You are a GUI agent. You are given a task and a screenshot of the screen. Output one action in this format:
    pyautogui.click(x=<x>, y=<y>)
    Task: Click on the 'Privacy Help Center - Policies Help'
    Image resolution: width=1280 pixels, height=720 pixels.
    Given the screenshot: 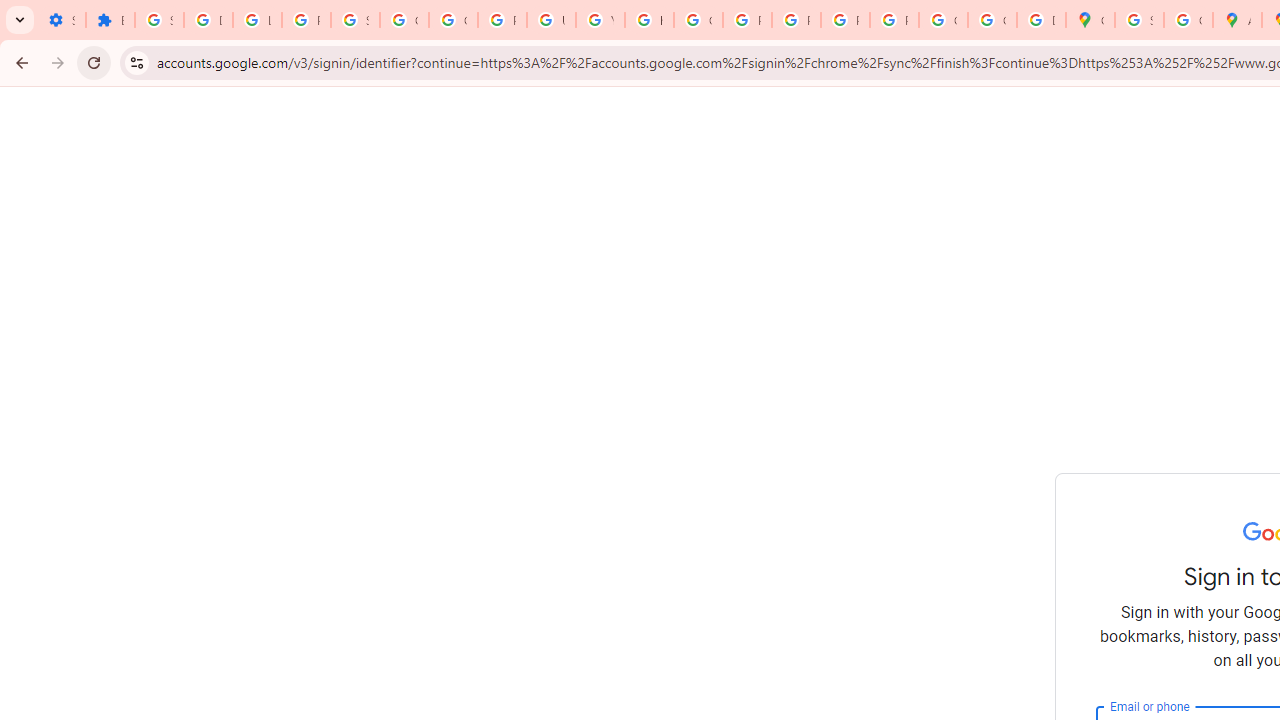 What is the action you would take?
    pyautogui.click(x=746, y=20)
    